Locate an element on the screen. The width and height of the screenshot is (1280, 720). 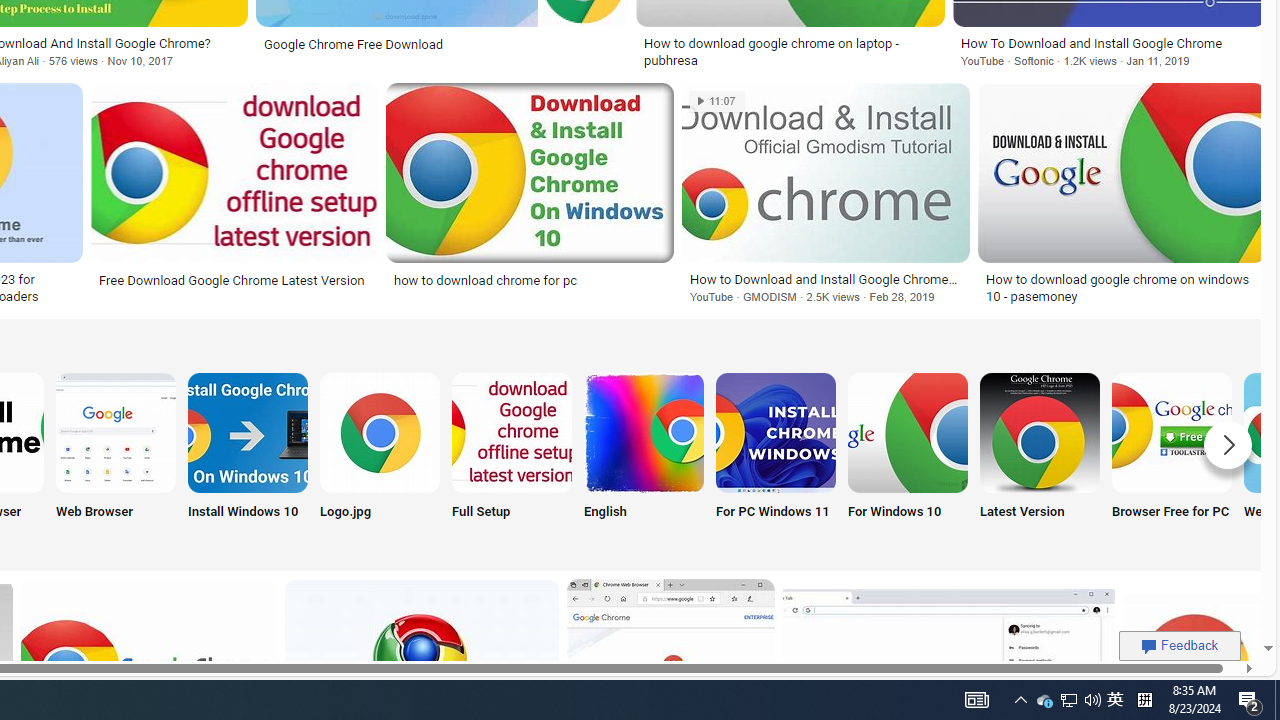
'Google Chrome Free Download' is located at coordinates (440, 44).